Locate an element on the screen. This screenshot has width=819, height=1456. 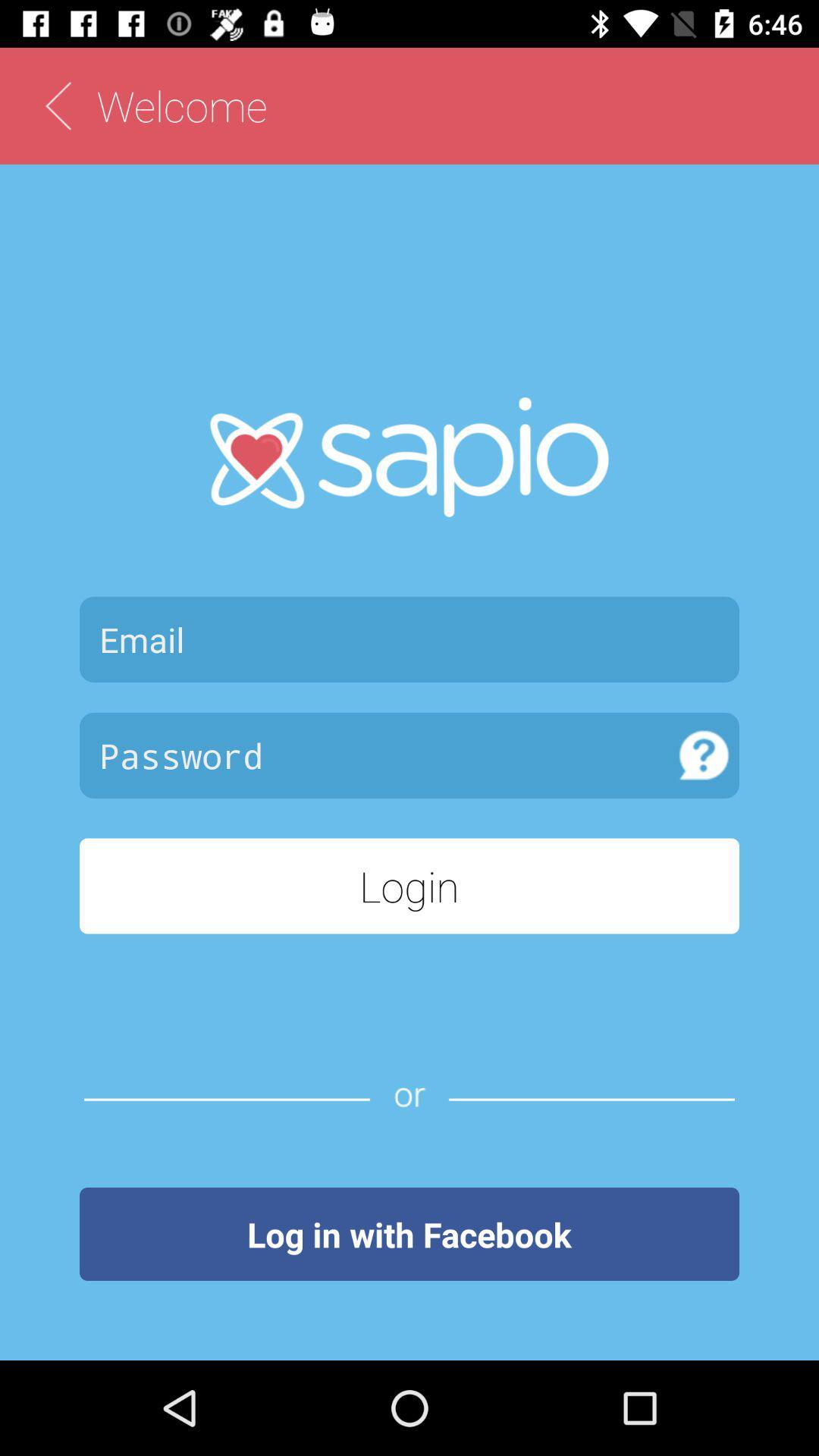
password question is located at coordinates (704, 755).